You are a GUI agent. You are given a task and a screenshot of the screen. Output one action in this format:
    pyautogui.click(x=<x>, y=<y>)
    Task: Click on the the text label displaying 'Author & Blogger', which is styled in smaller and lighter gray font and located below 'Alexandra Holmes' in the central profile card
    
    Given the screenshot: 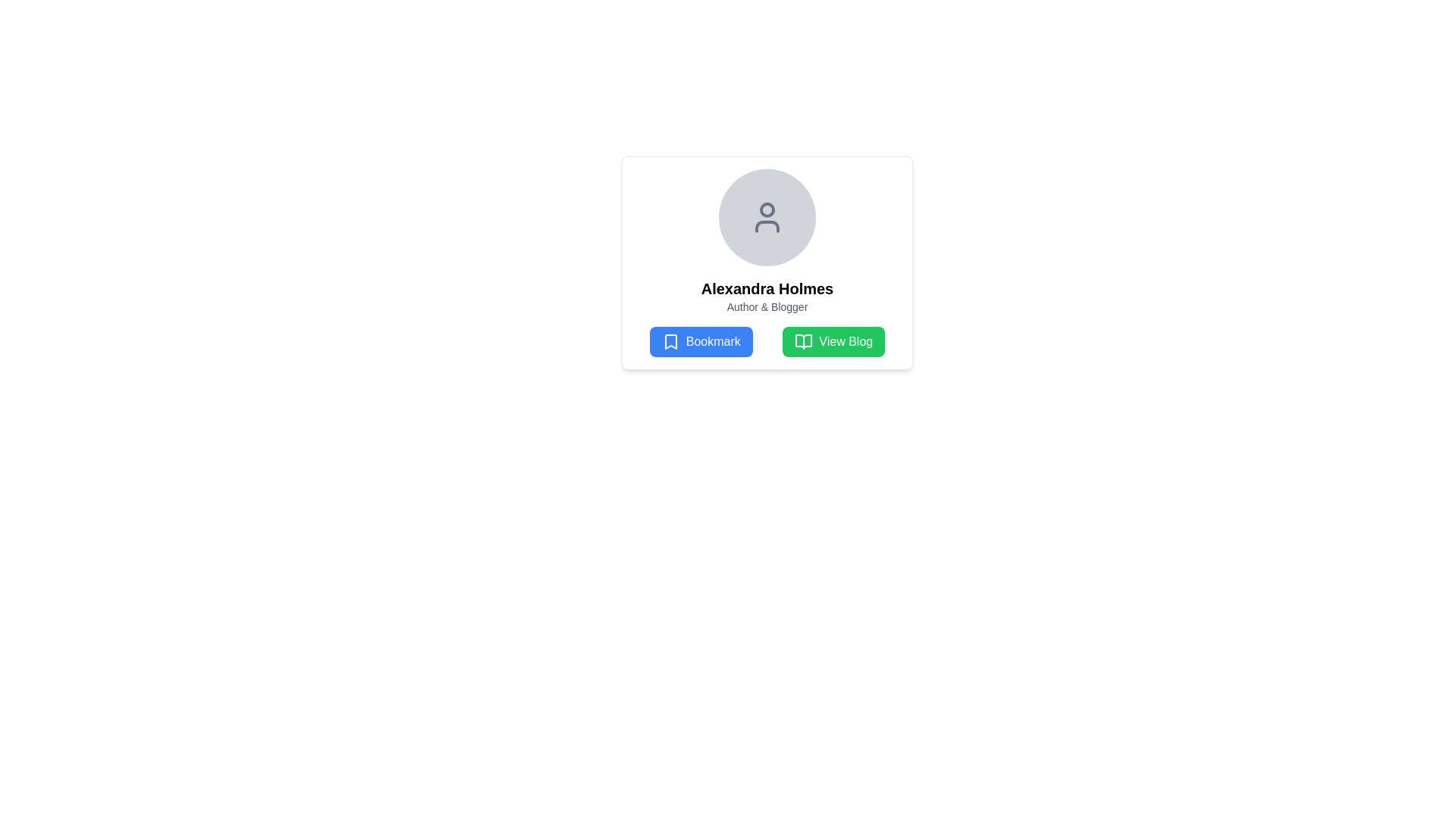 What is the action you would take?
    pyautogui.click(x=767, y=307)
    